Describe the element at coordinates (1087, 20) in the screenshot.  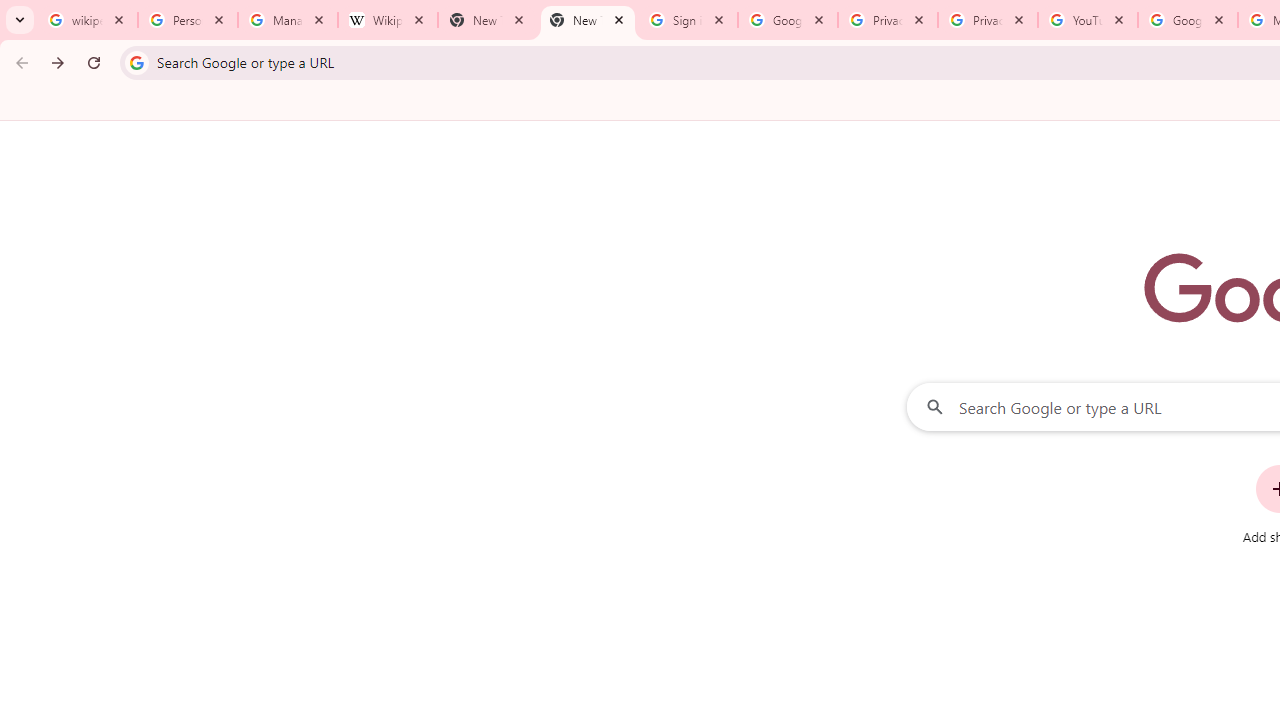
I see `'YouTube'` at that location.